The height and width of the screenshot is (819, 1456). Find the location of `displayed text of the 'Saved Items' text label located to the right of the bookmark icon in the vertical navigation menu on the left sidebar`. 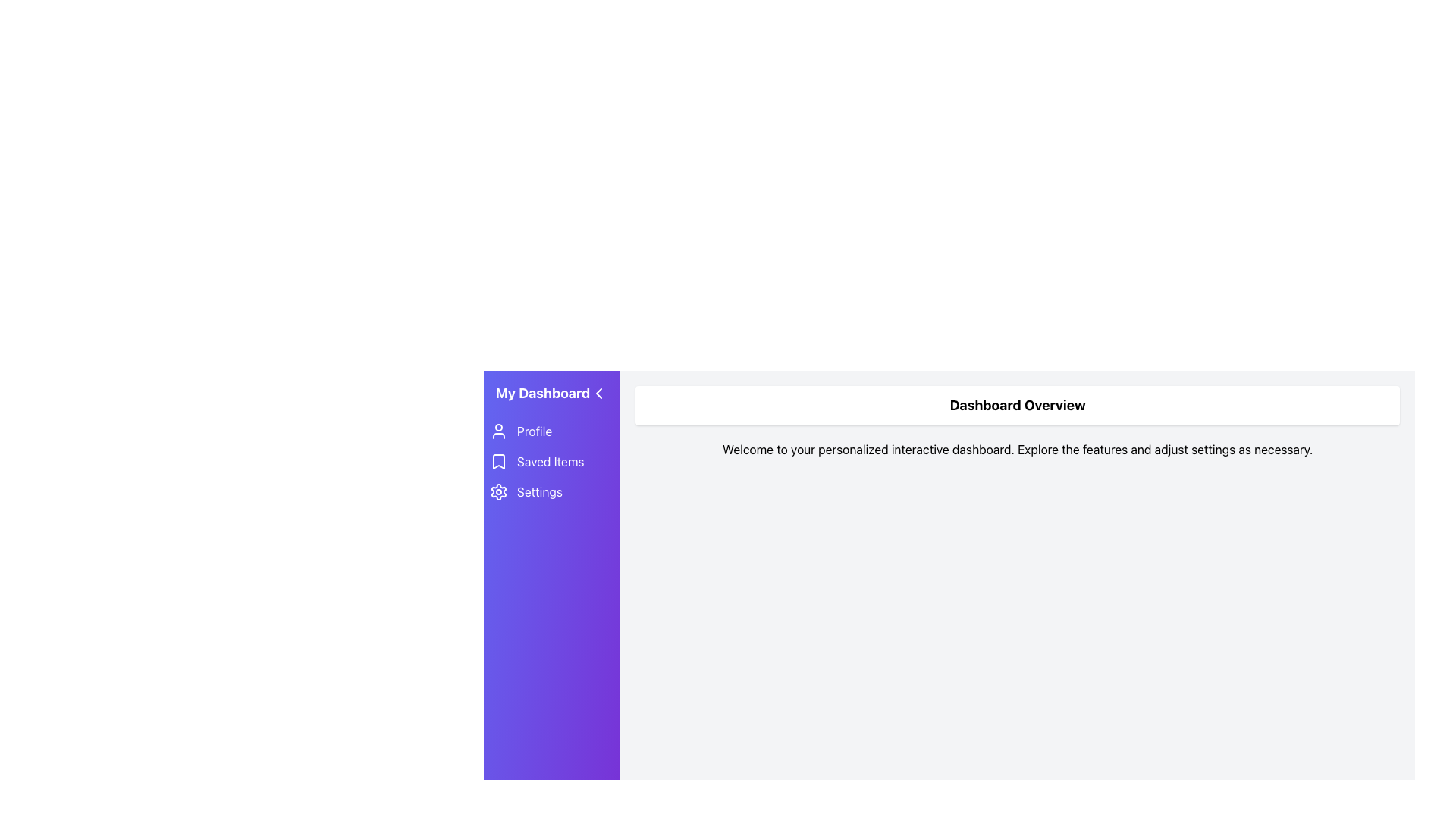

displayed text of the 'Saved Items' text label located to the right of the bookmark icon in the vertical navigation menu on the left sidebar is located at coordinates (550, 461).